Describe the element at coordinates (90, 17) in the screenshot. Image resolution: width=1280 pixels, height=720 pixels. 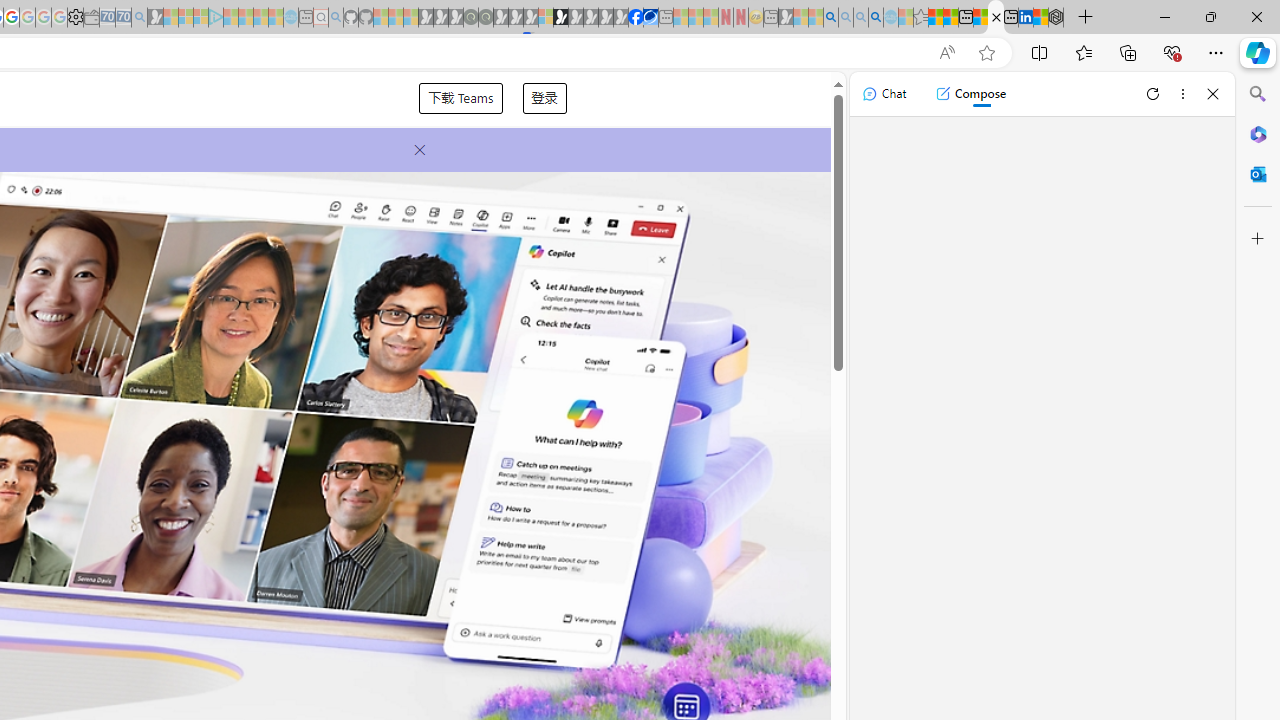
I see `'Wallet - Sleeping'` at that location.